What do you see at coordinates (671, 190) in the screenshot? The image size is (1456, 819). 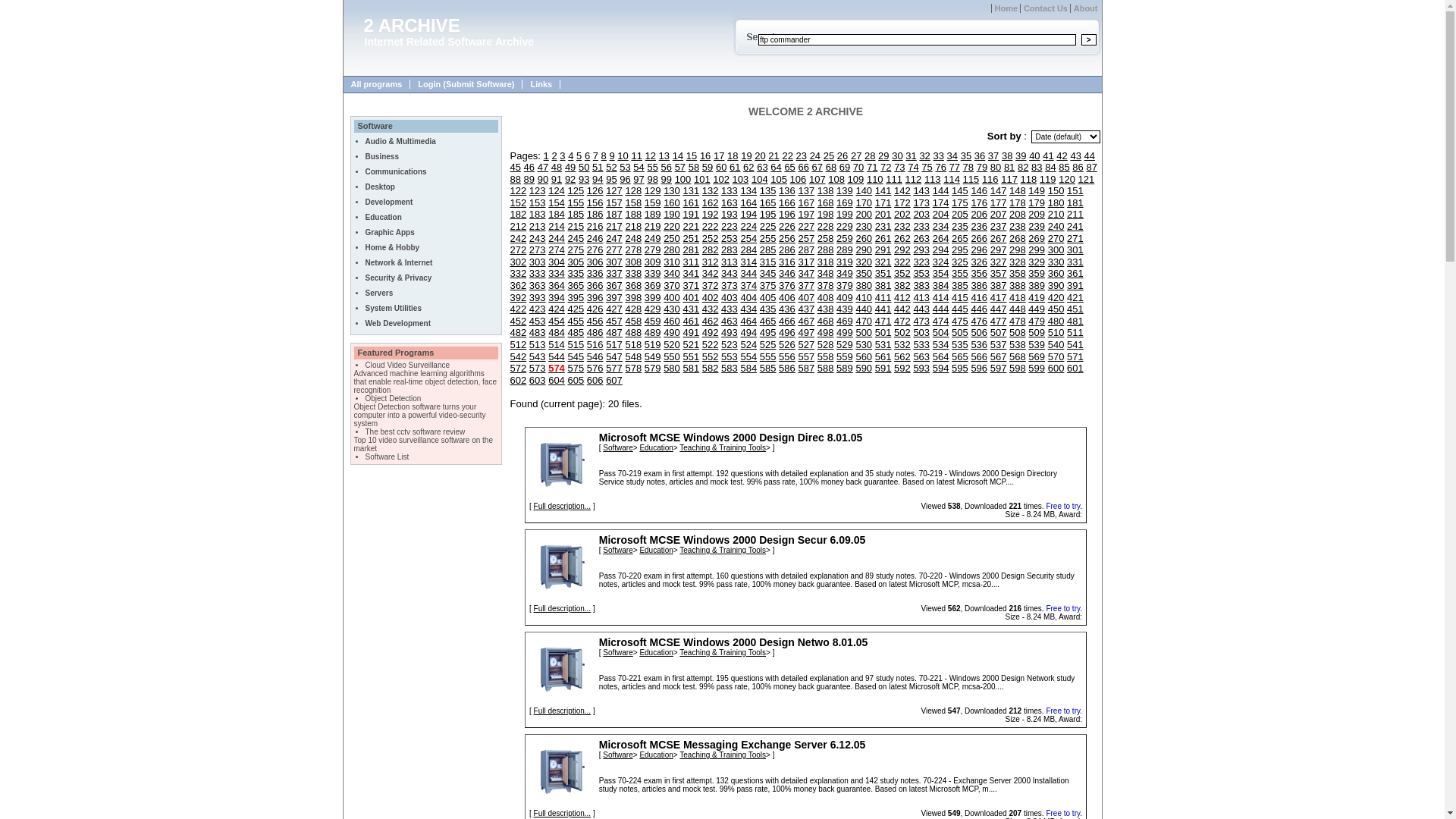 I see `'130'` at bounding box center [671, 190].